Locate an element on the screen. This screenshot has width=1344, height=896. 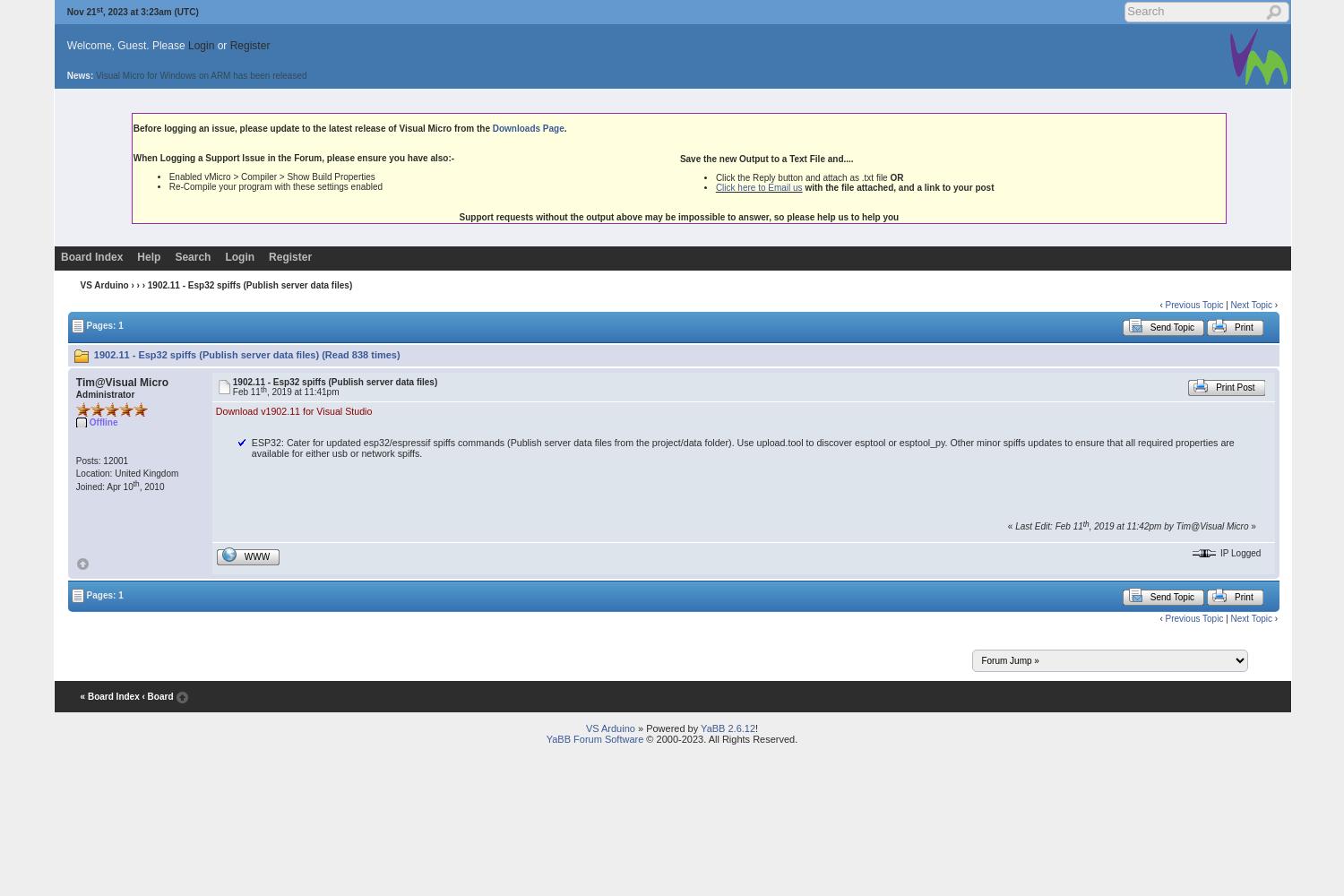
'» Powered by' is located at coordinates (667, 728).